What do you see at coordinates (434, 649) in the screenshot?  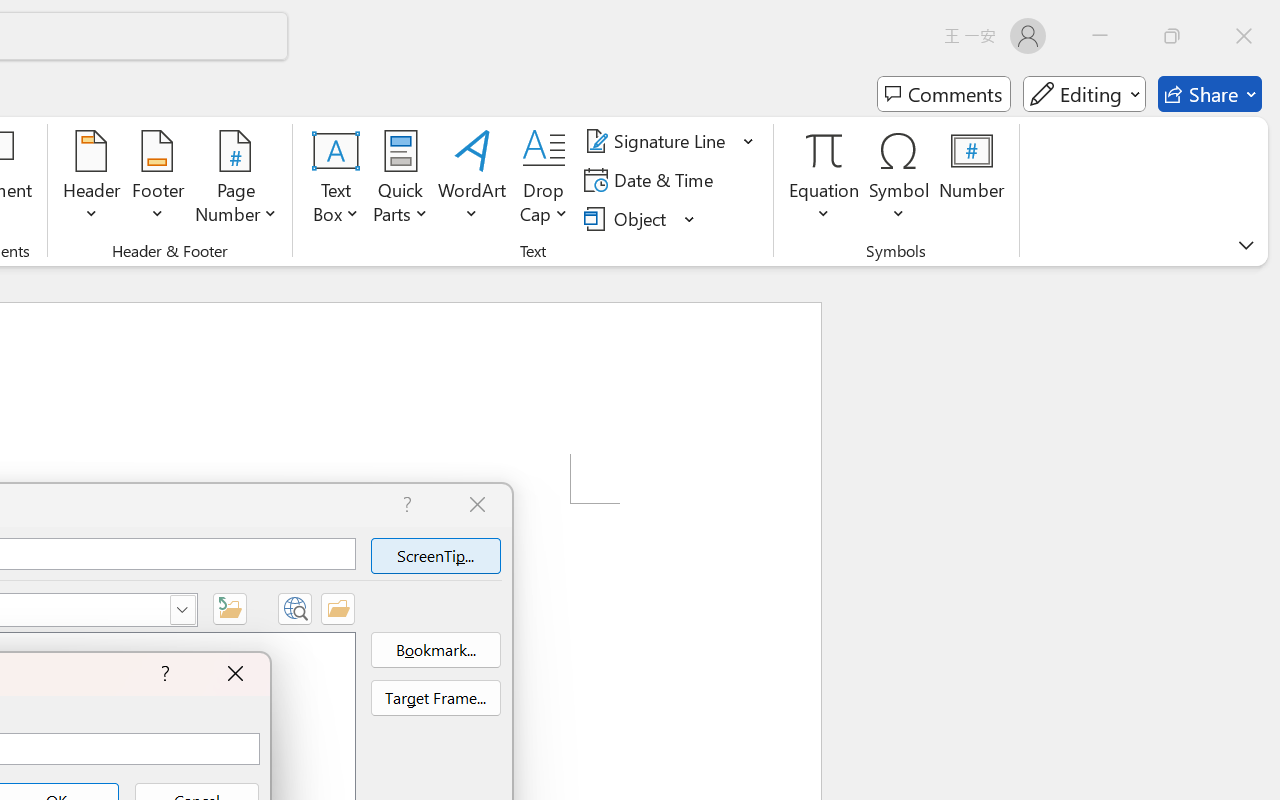 I see `'Bookmark...'` at bounding box center [434, 649].